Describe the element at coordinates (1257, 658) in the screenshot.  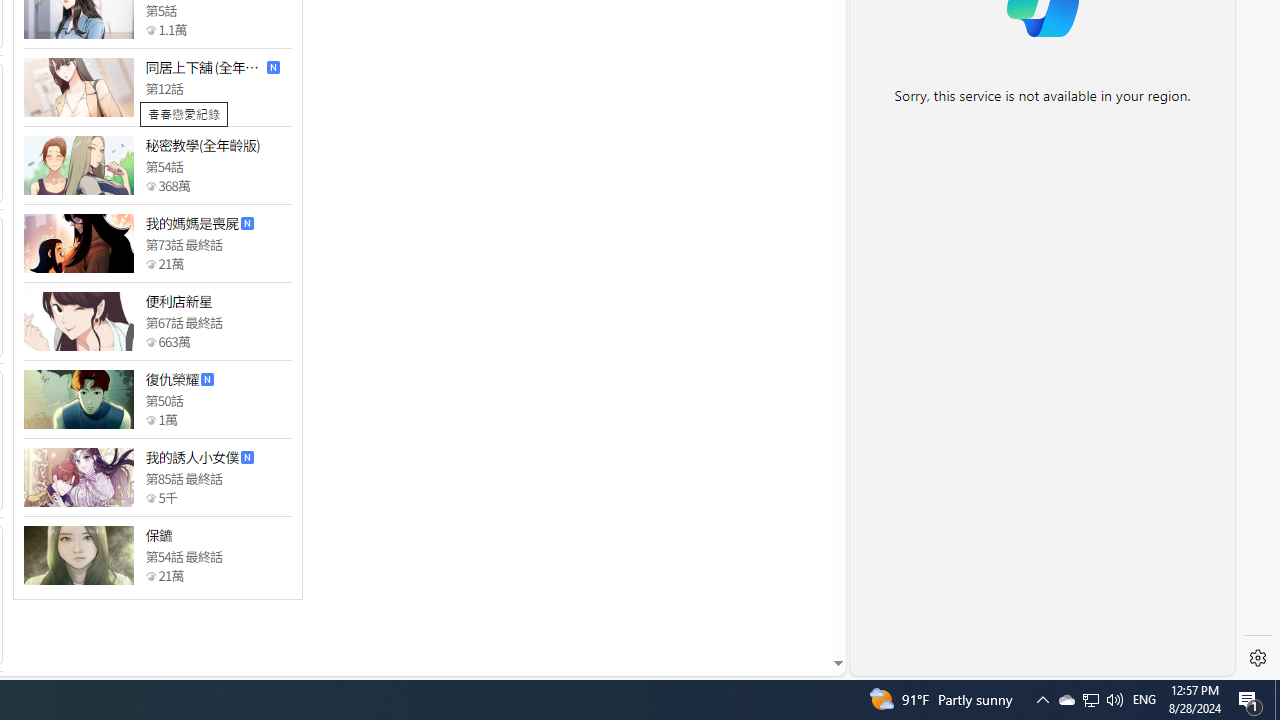
I see `'Settings'` at that location.